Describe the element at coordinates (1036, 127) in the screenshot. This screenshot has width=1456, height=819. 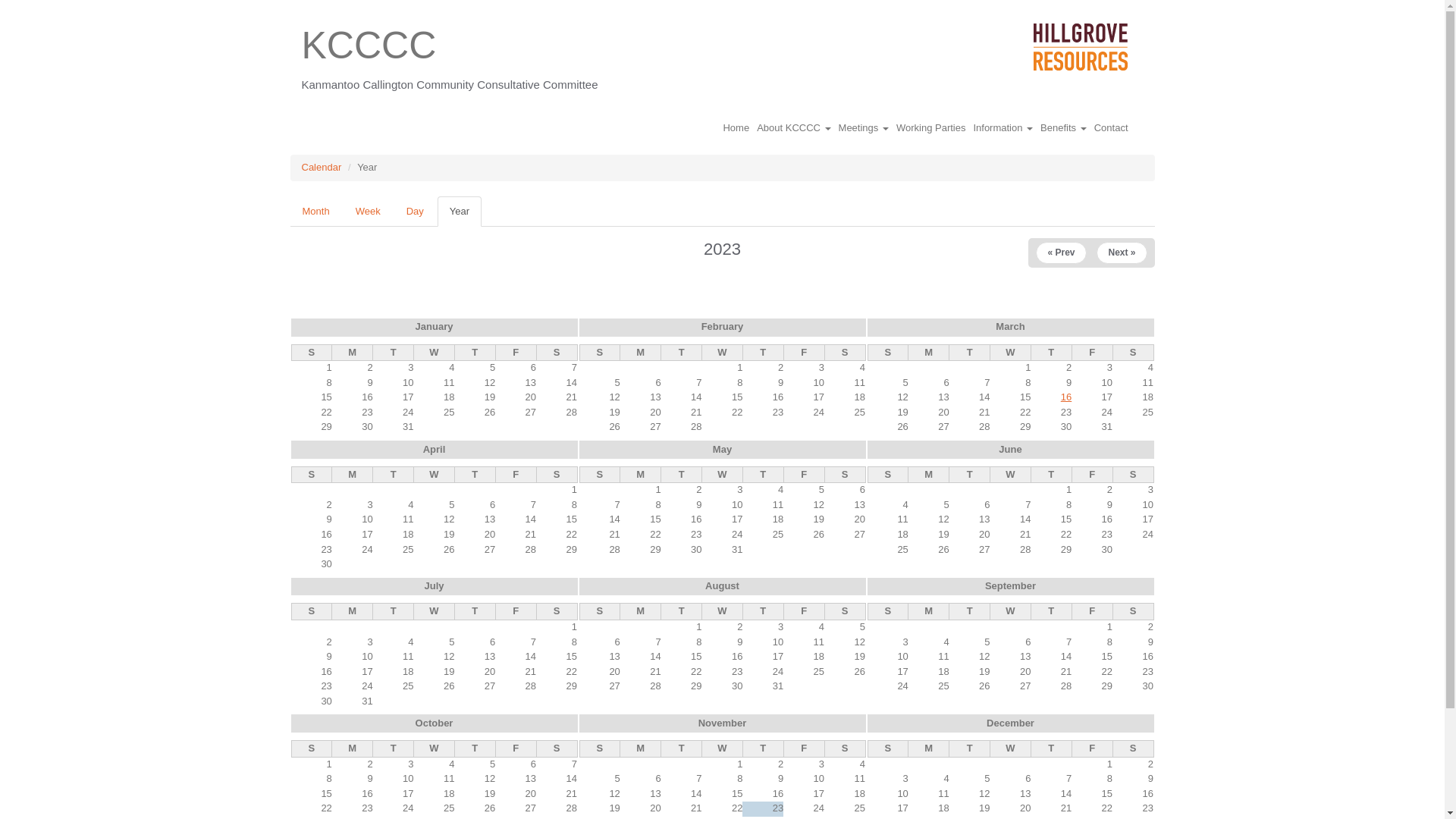
I see `'Benefits'` at that location.